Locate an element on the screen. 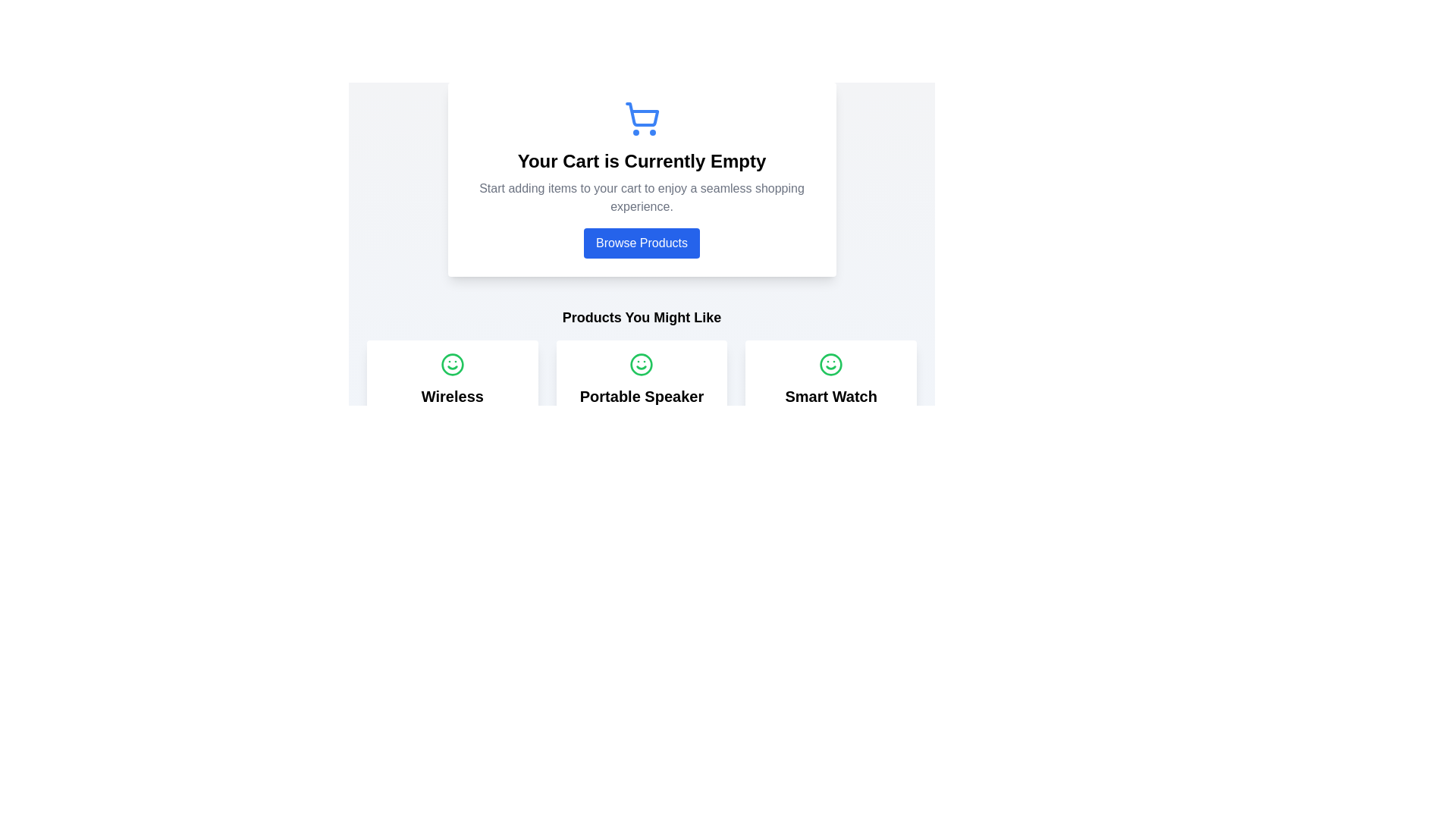  the bright blue rectangular button labeled 'Browse Products' is located at coordinates (642, 234).